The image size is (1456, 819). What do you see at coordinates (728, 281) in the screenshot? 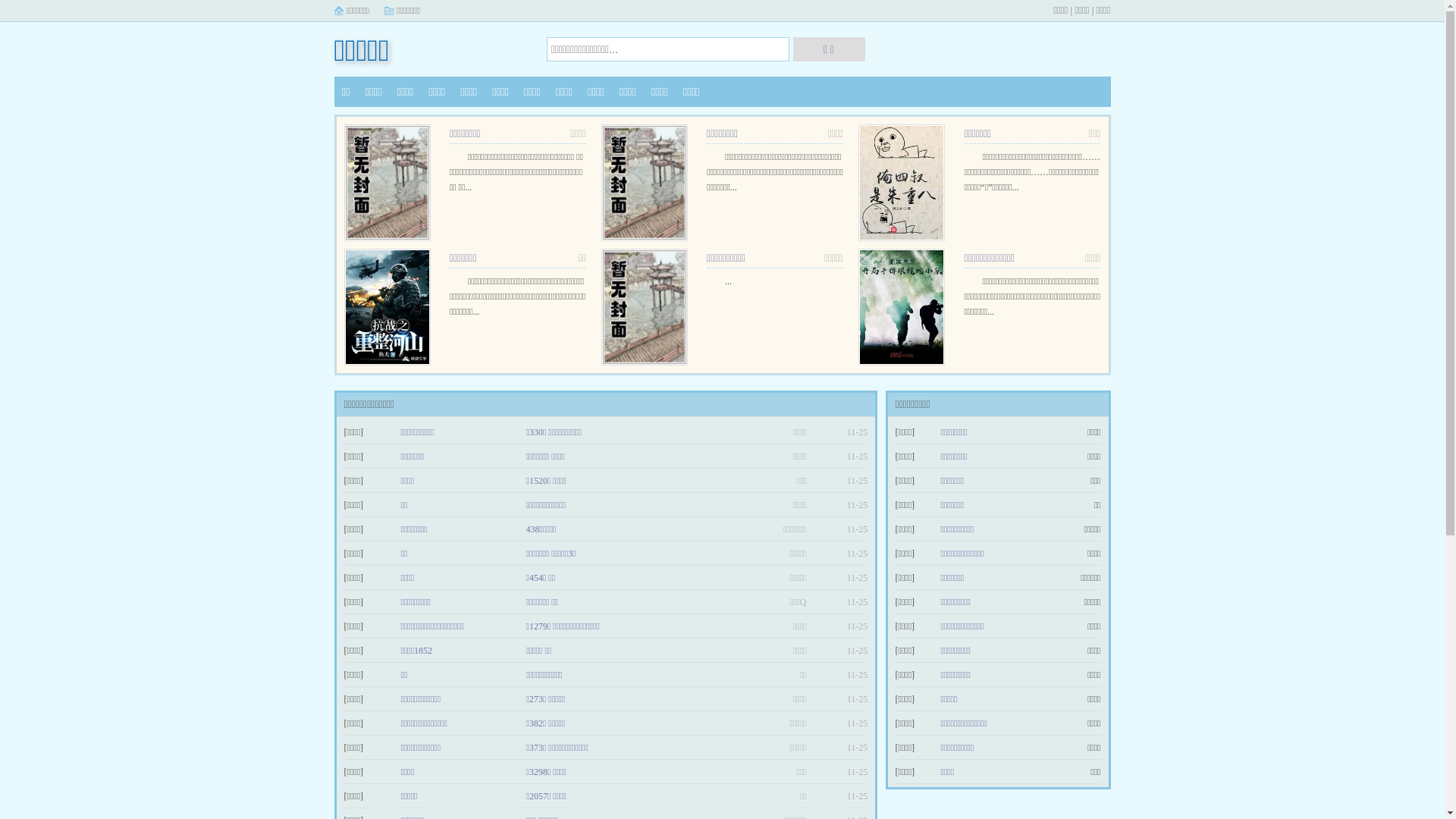
I see `'...'` at bounding box center [728, 281].